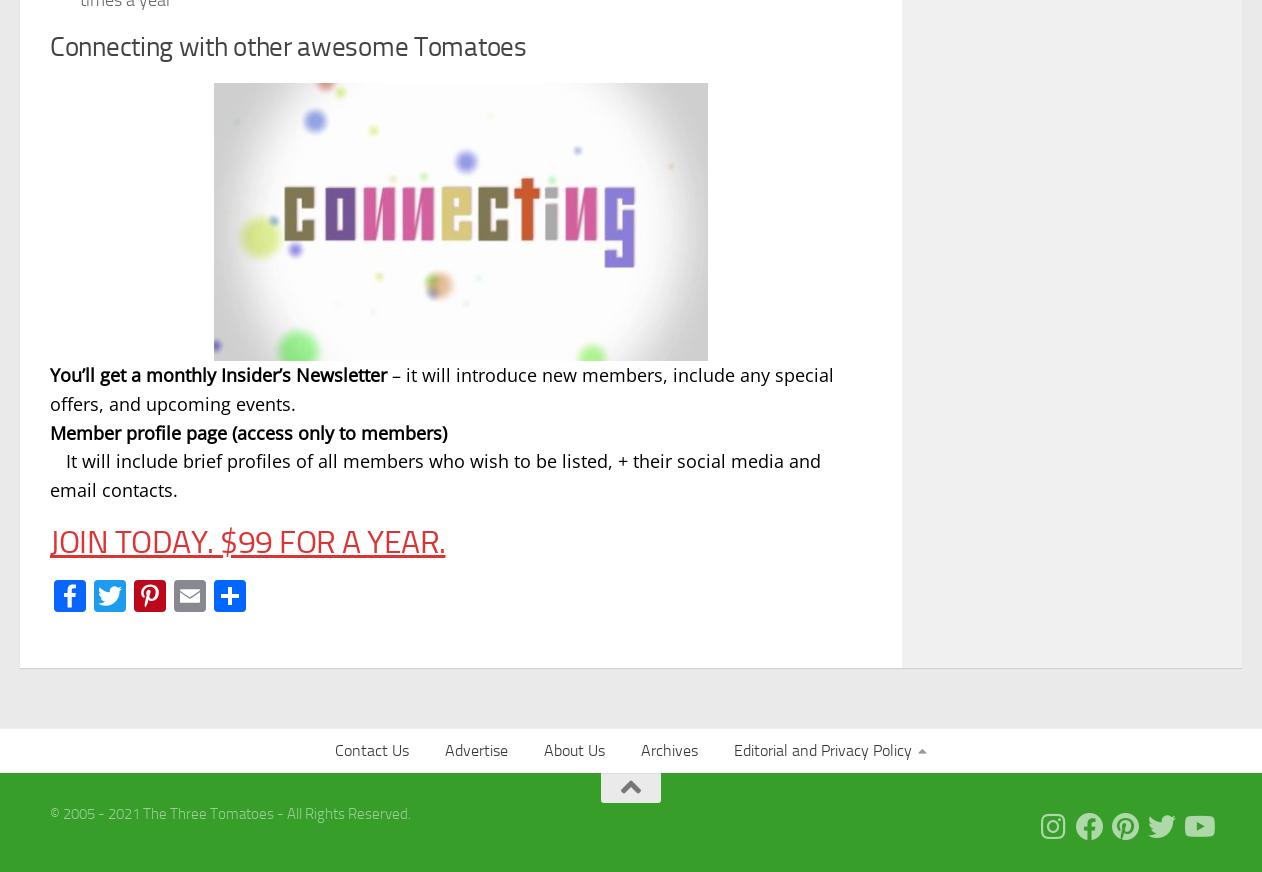  Describe the element at coordinates (668, 748) in the screenshot. I see `'Archives'` at that location.